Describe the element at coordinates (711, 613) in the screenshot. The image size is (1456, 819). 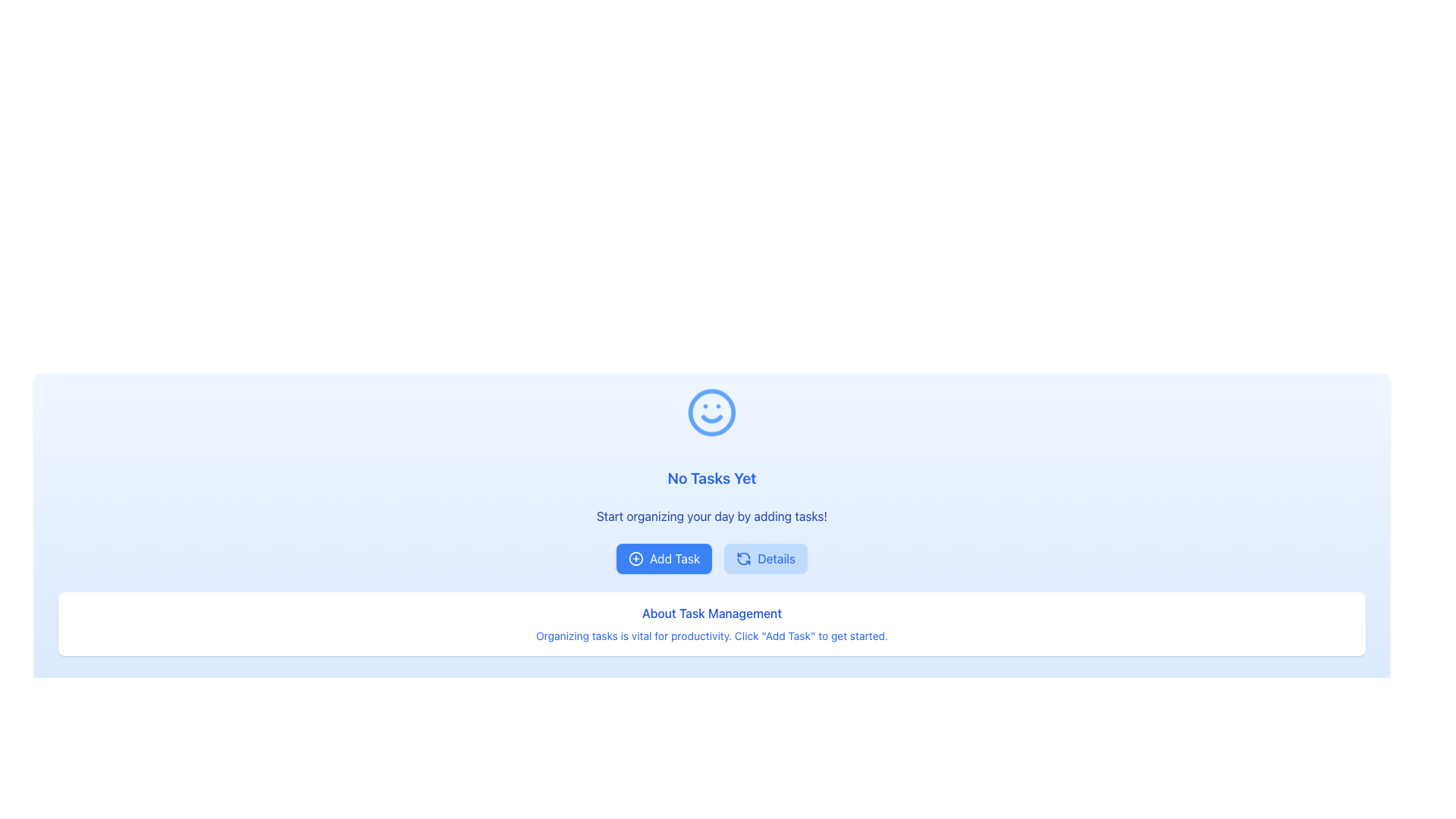
I see `the text label displaying 'About Task Management', which is styled in blue and part of an informational section within a white rounded box` at that location.